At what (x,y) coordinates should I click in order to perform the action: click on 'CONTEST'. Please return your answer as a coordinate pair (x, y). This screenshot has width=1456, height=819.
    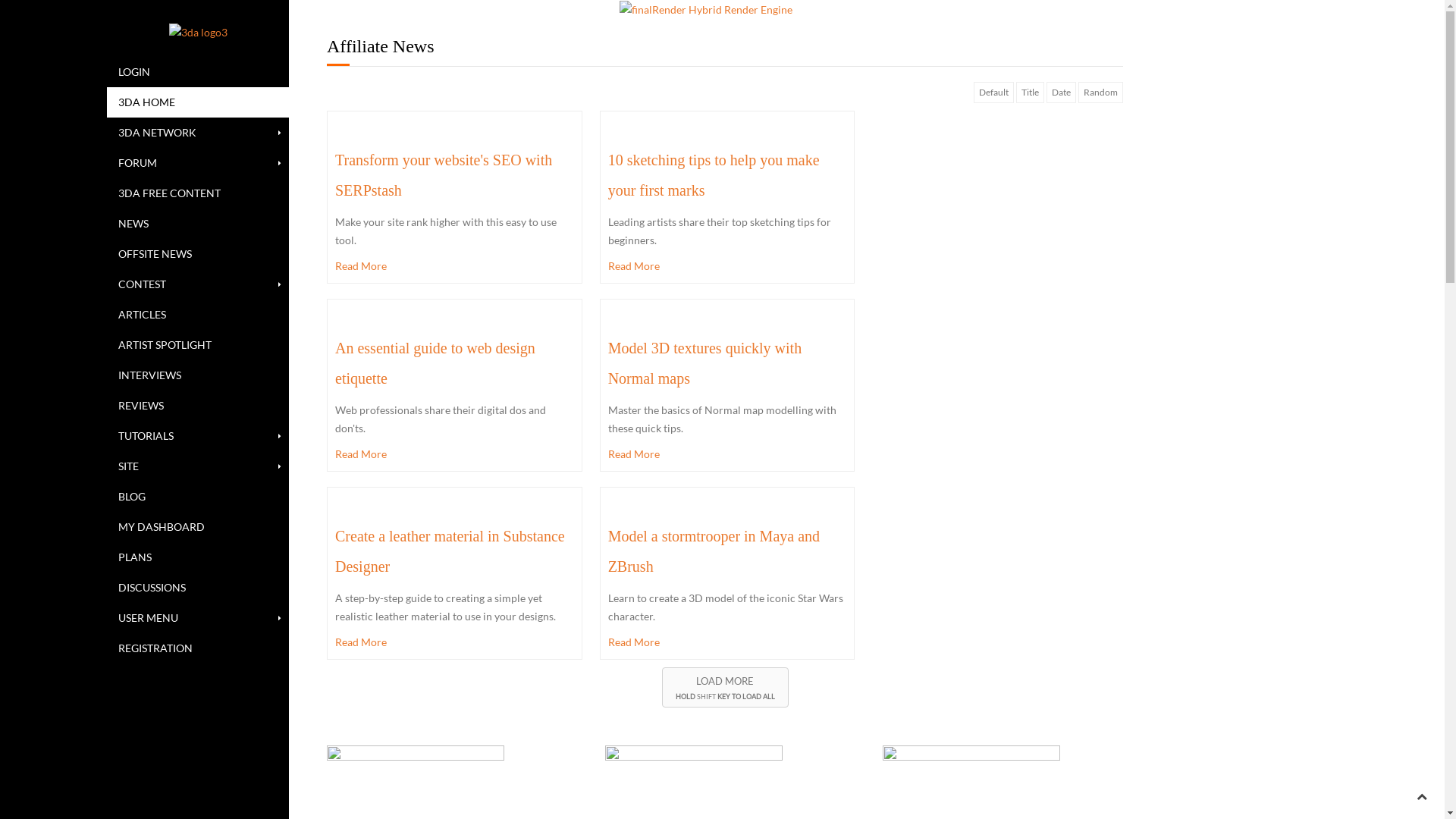
    Looking at the image, I should click on (196, 284).